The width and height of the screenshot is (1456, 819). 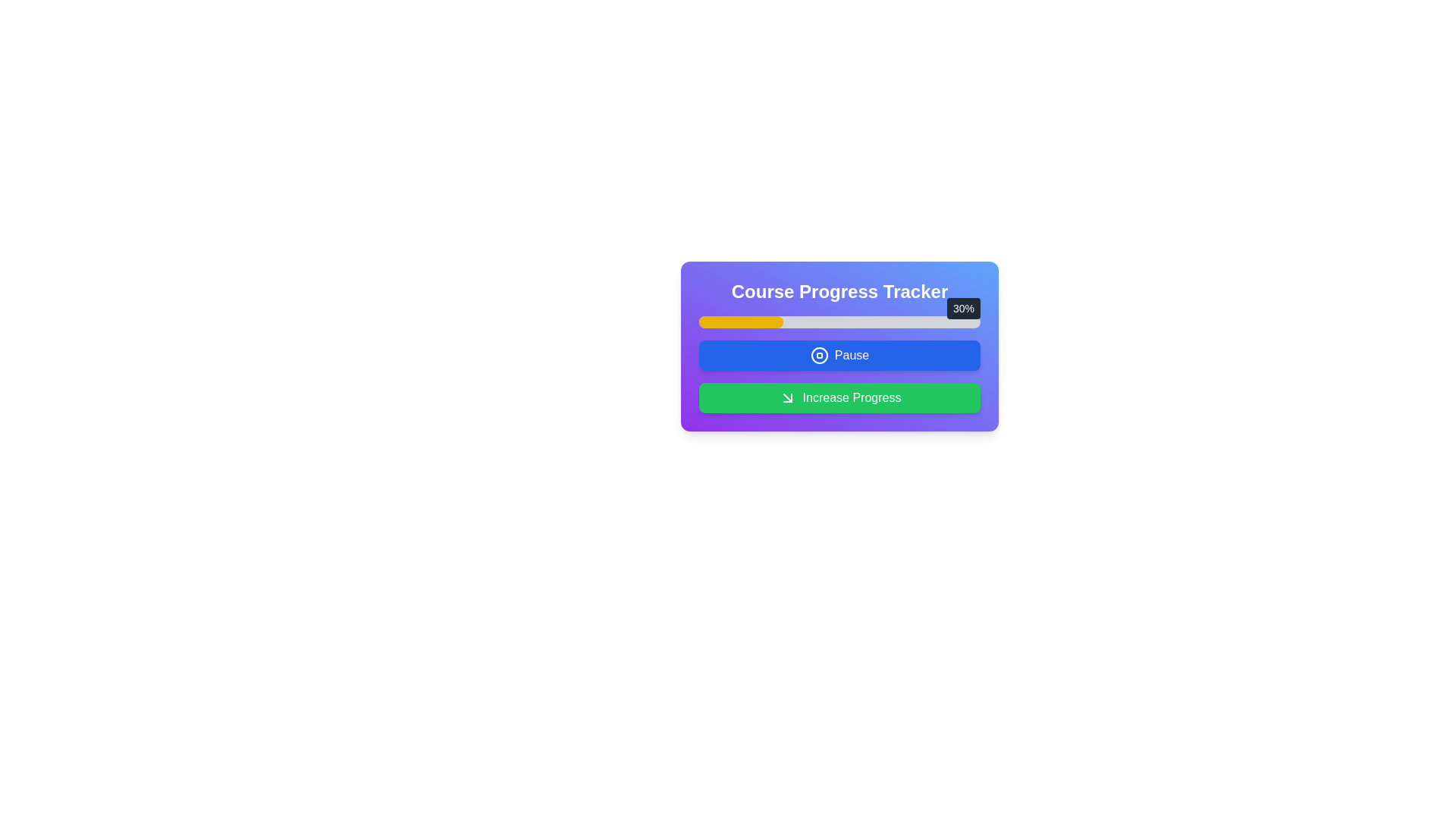 I want to click on the green button labeled 'Increase Progress', so click(x=839, y=397).